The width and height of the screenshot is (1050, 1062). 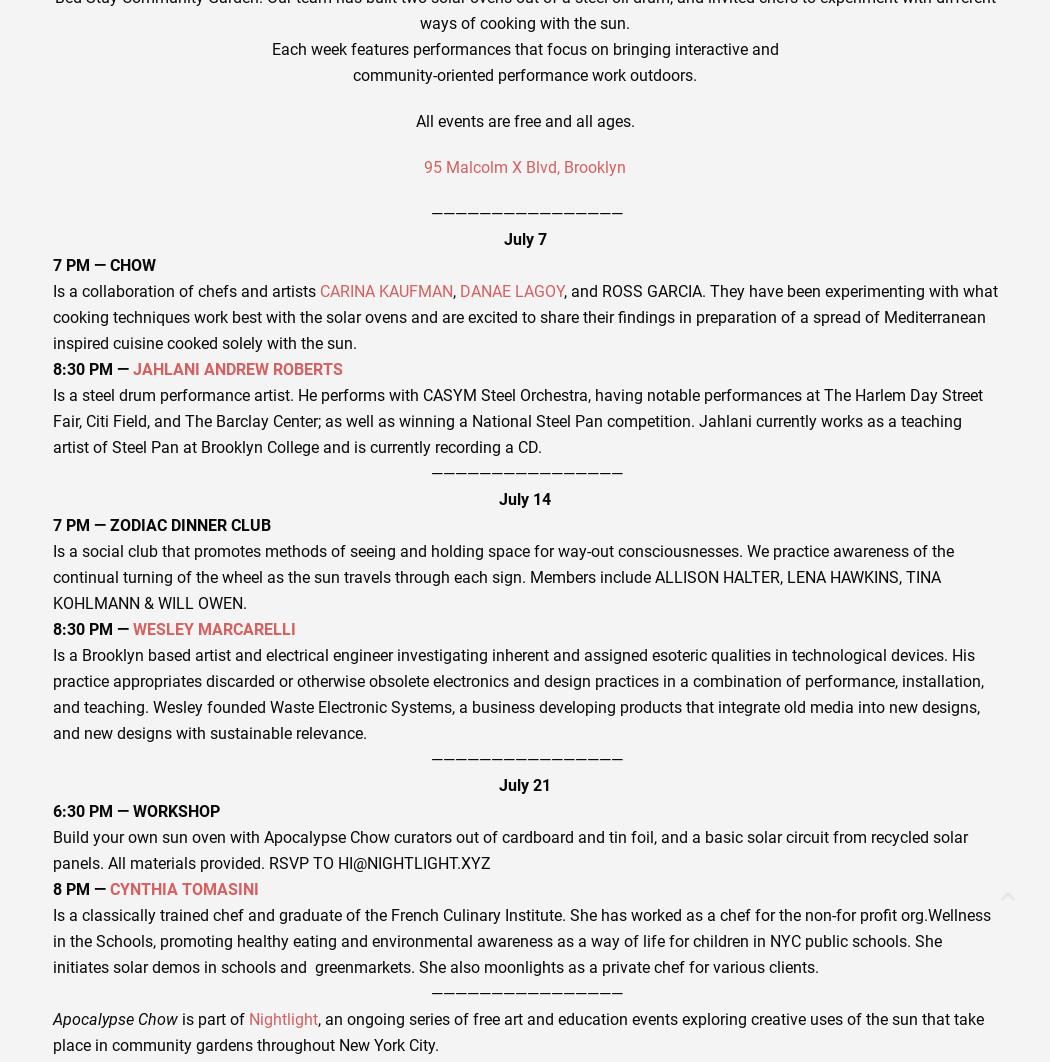 What do you see at coordinates (352, 74) in the screenshot?
I see `'community-oriented performance work outdoors.'` at bounding box center [352, 74].